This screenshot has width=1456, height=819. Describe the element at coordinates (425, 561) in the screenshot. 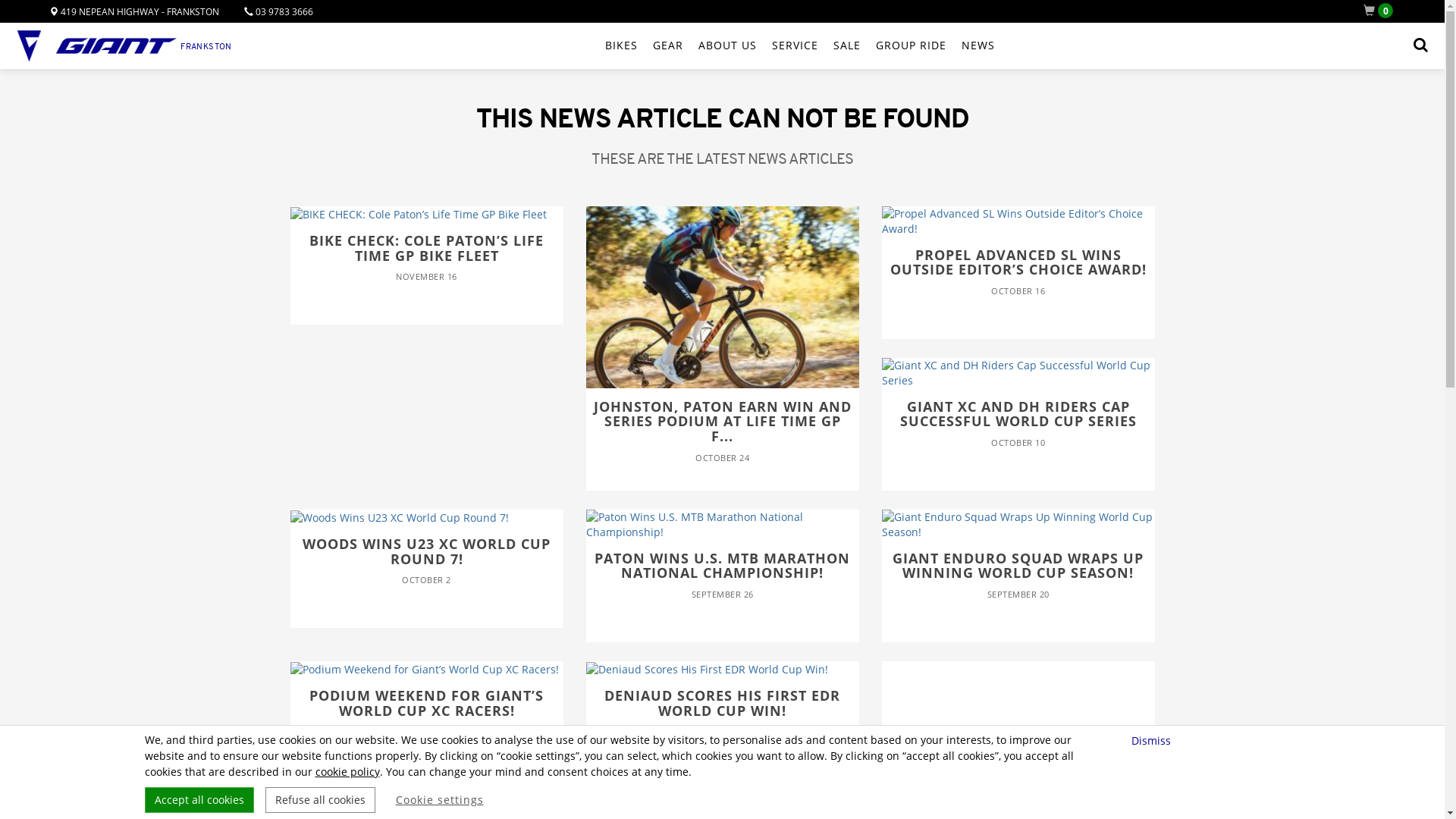

I see `'WOODS WINS U23 XC WORLD CUP ROUND 7!` at that location.